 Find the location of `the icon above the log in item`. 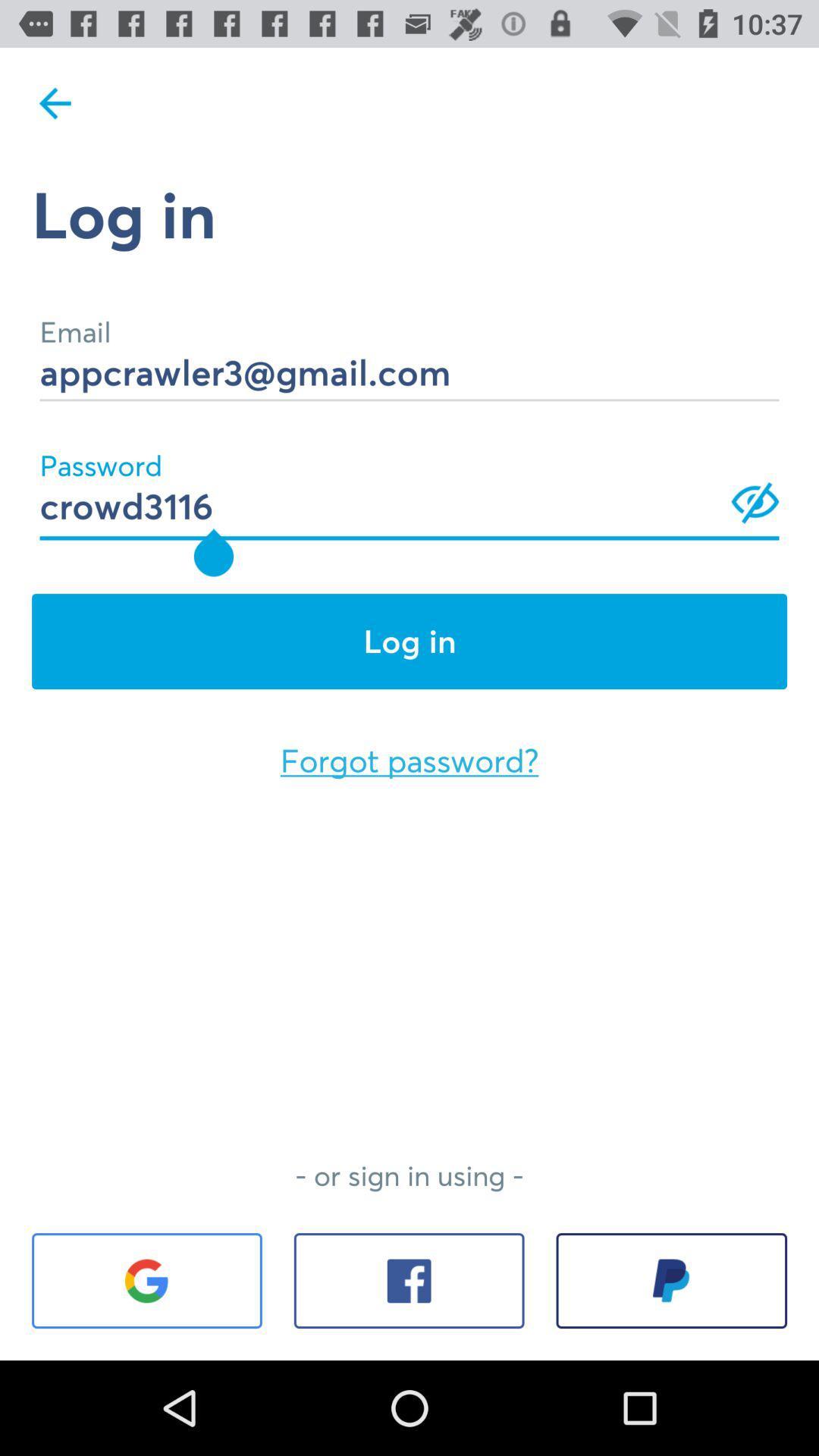

the icon above the log in item is located at coordinates (409, 485).